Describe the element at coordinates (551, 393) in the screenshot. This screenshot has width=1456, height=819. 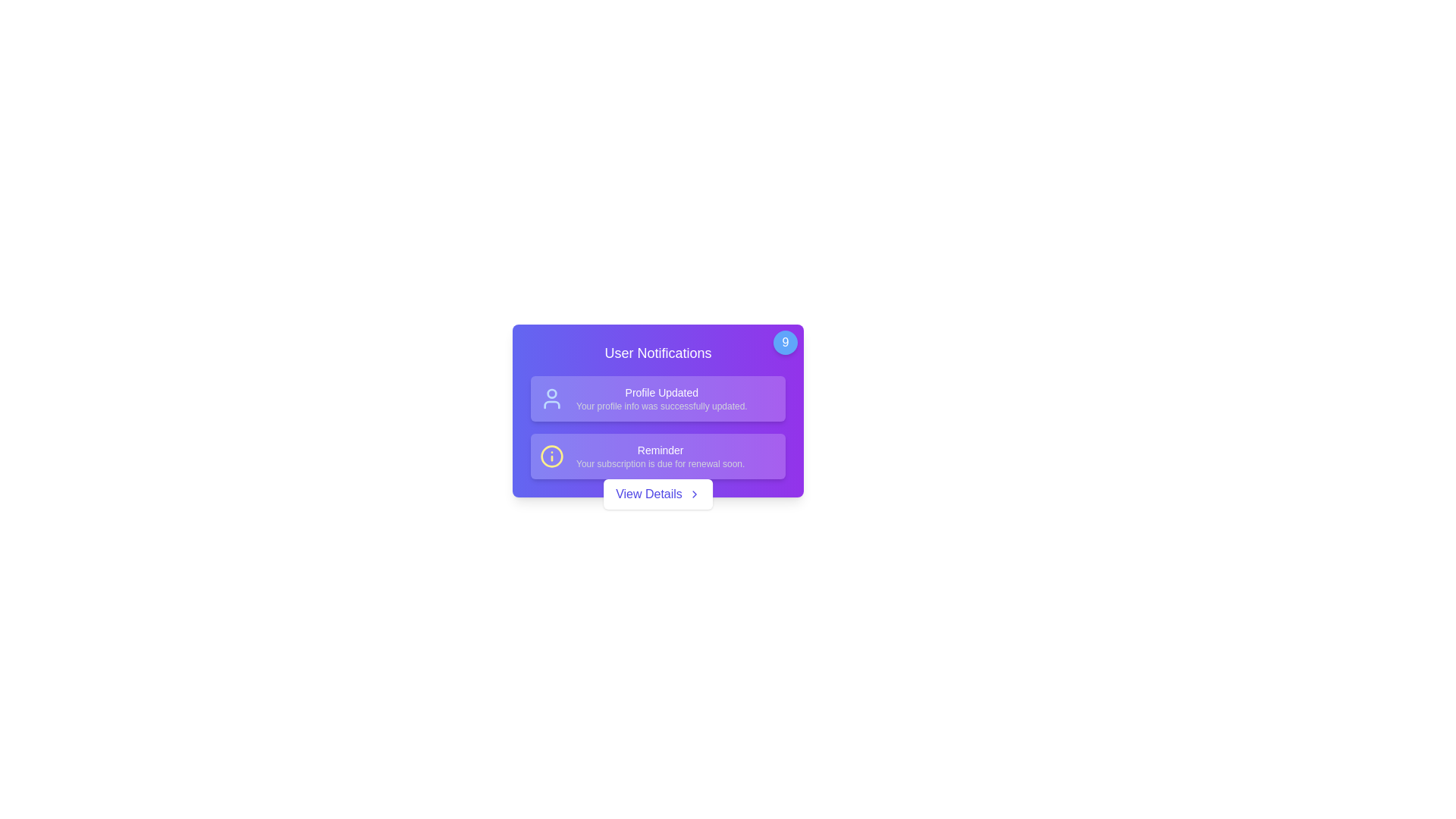
I see `the Circle element that signifies a profile-related notification in the top-left corner of the notification card UI` at that location.